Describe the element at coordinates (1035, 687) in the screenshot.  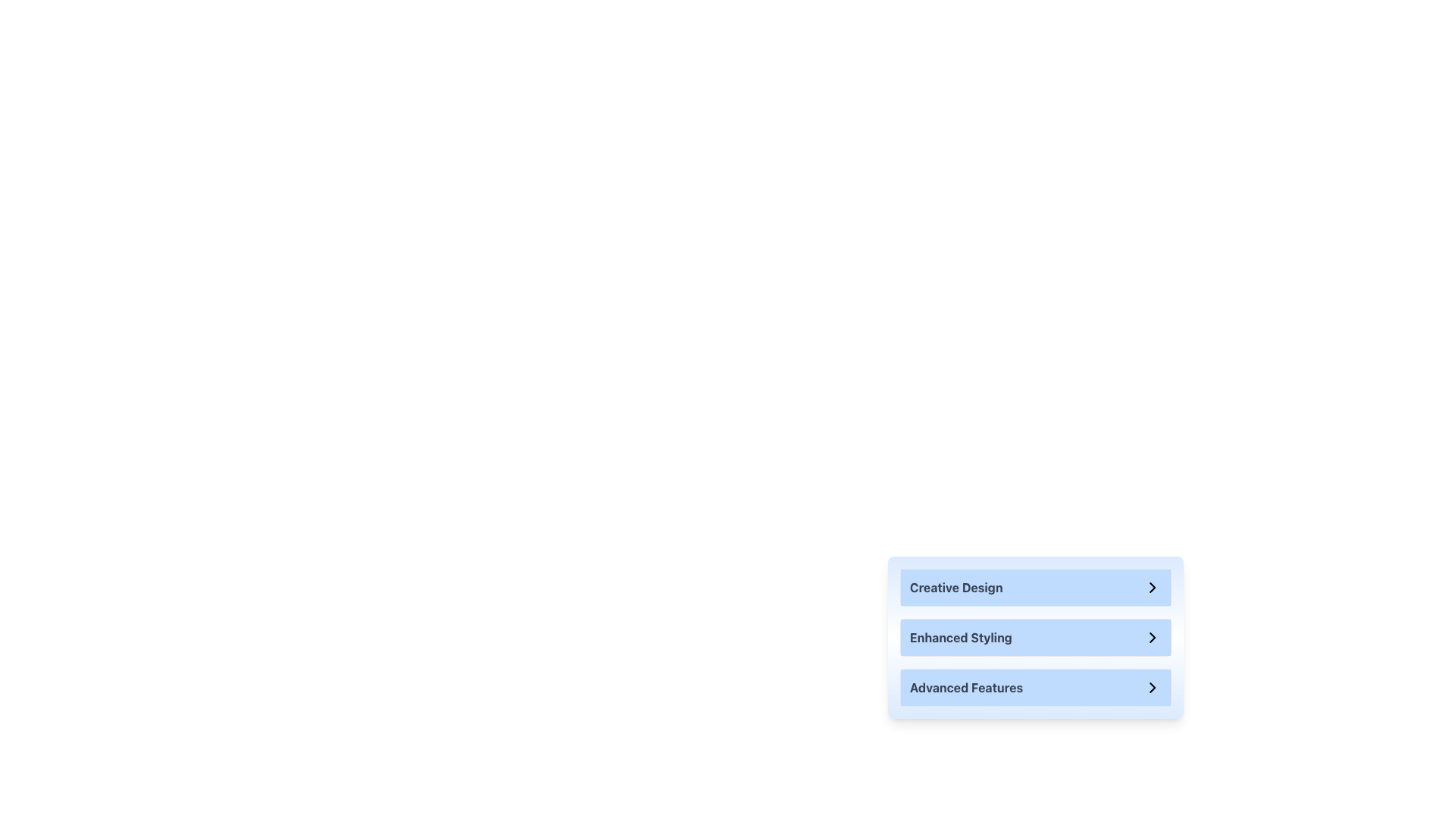
I see `the list item labeled 'Advanced Features' with a bold gray font on a blue background` at that location.